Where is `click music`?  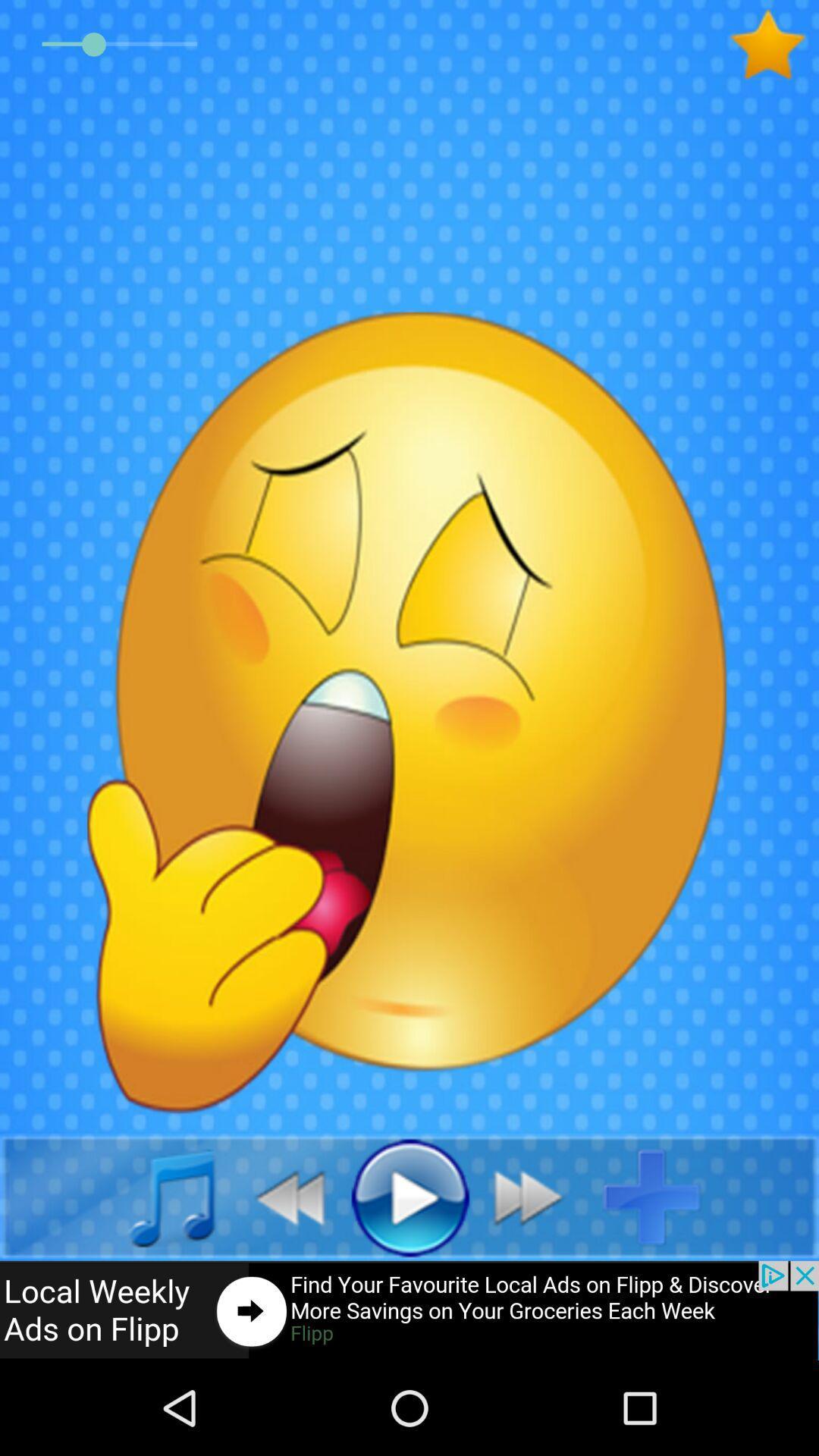
click music is located at coordinates (155, 1196).